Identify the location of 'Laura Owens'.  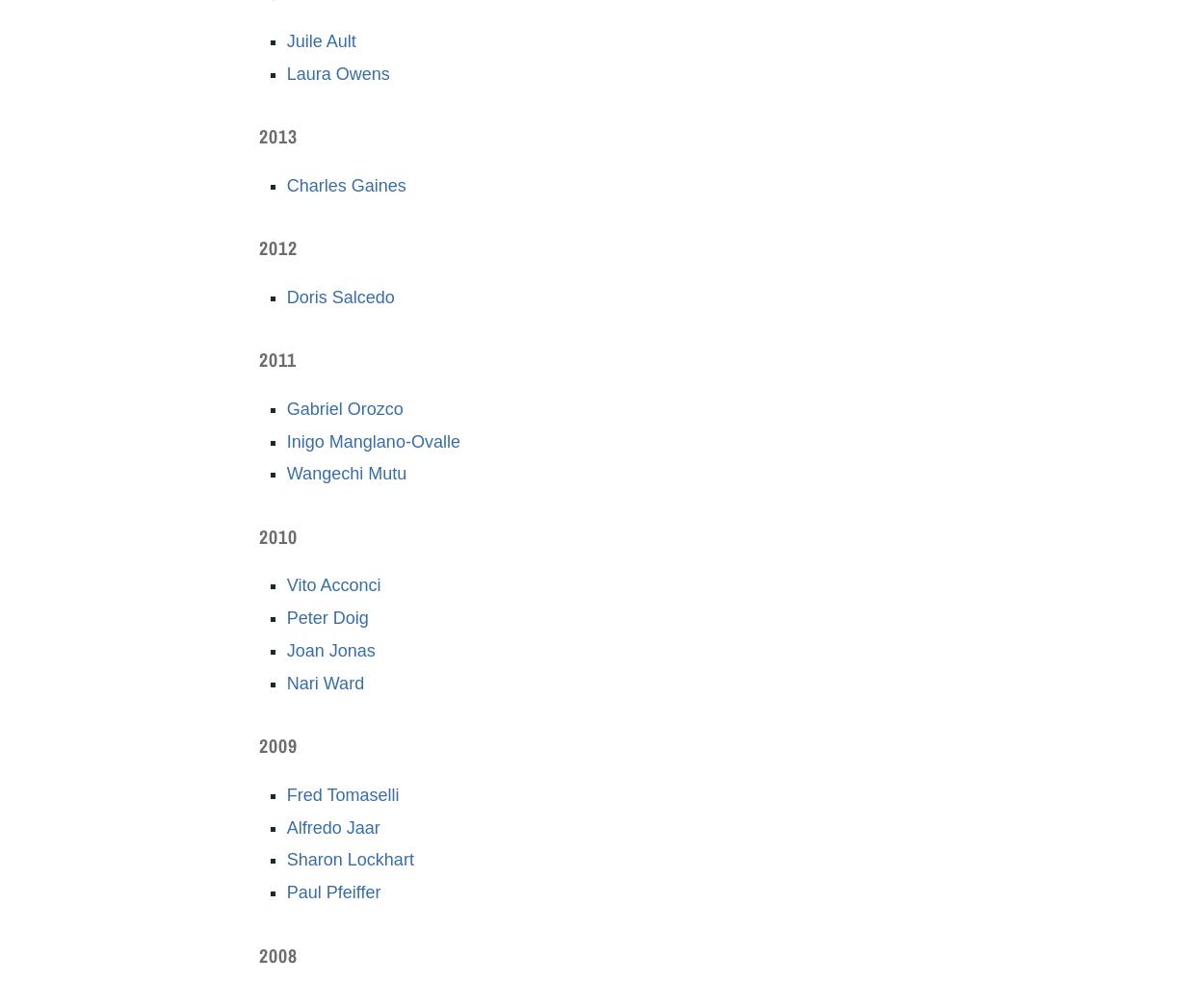
(336, 72).